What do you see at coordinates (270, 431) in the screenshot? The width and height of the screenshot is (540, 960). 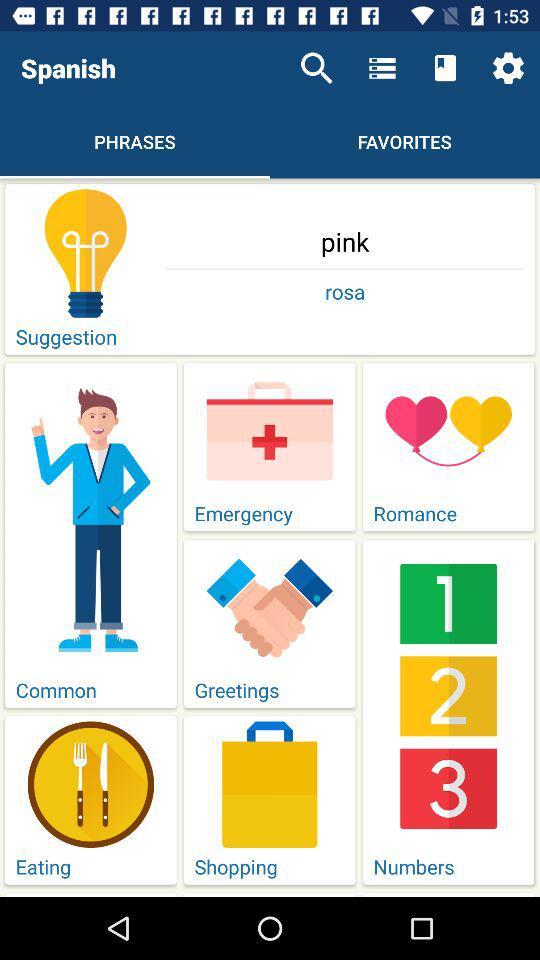 I see `the image above emergency` at bounding box center [270, 431].